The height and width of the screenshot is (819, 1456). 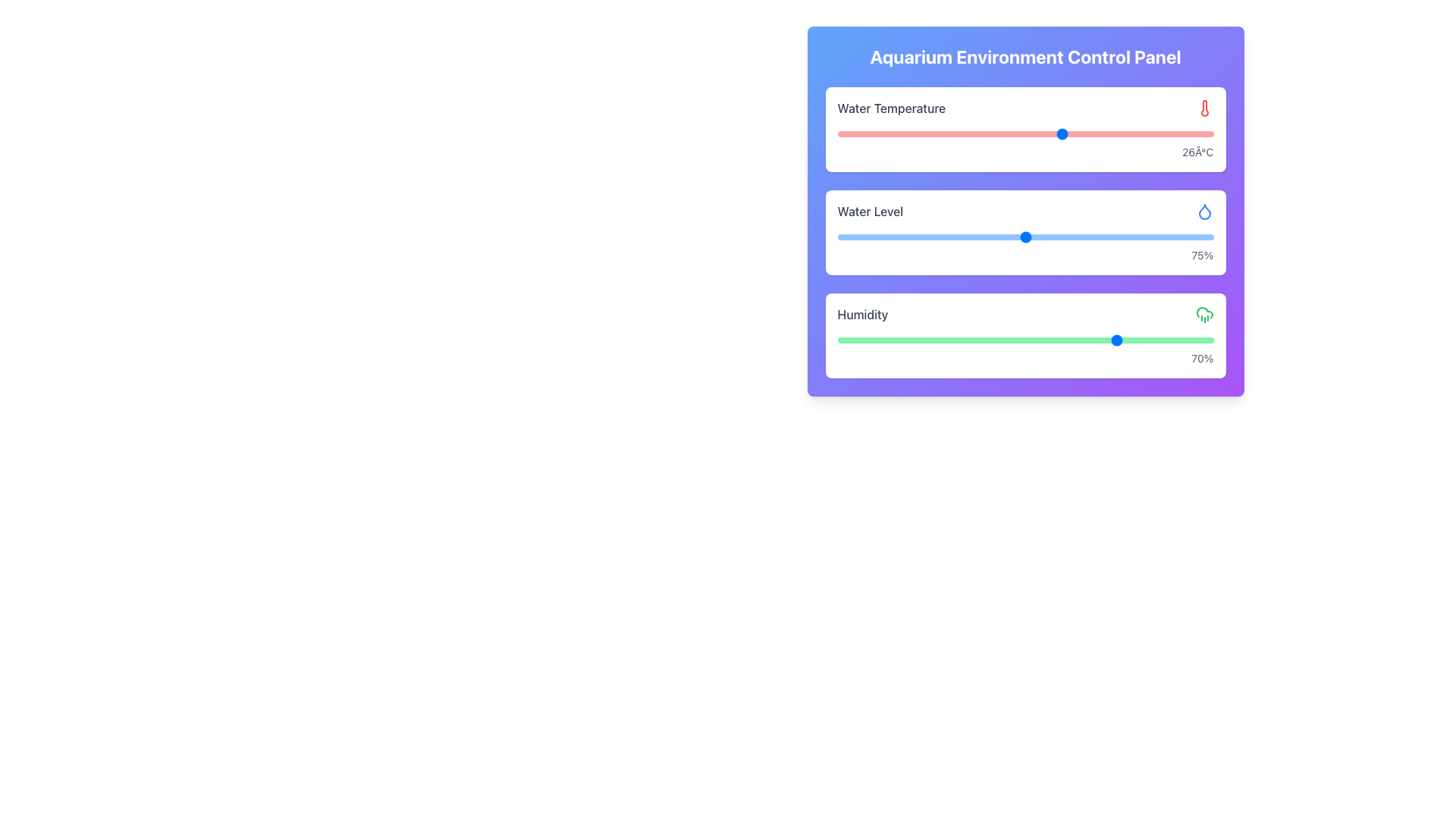 What do you see at coordinates (875, 237) in the screenshot?
I see `water level` at bounding box center [875, 237].